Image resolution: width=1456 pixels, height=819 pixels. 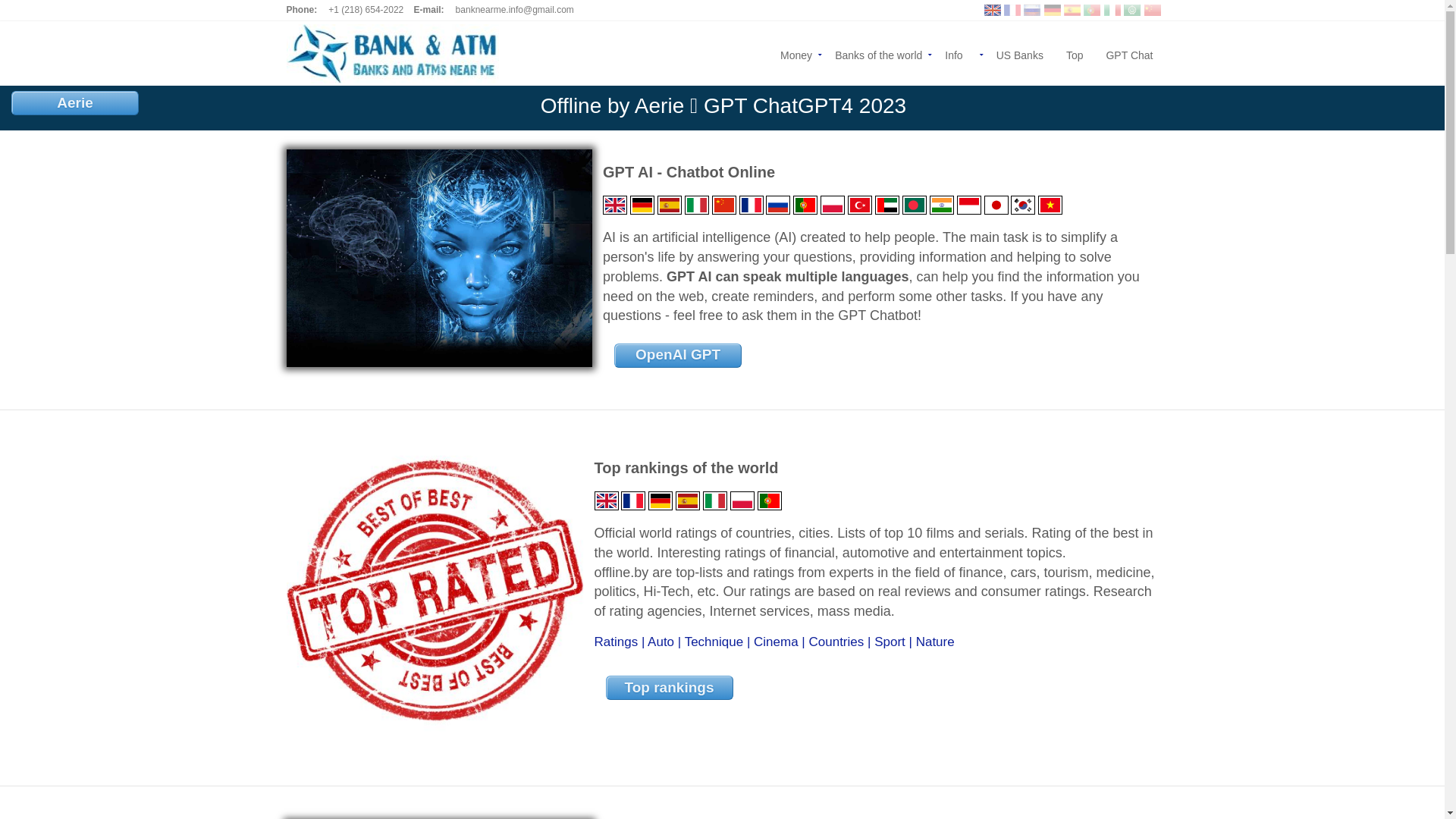 I want to click on 'Aerie', so click(x=74, y=102).